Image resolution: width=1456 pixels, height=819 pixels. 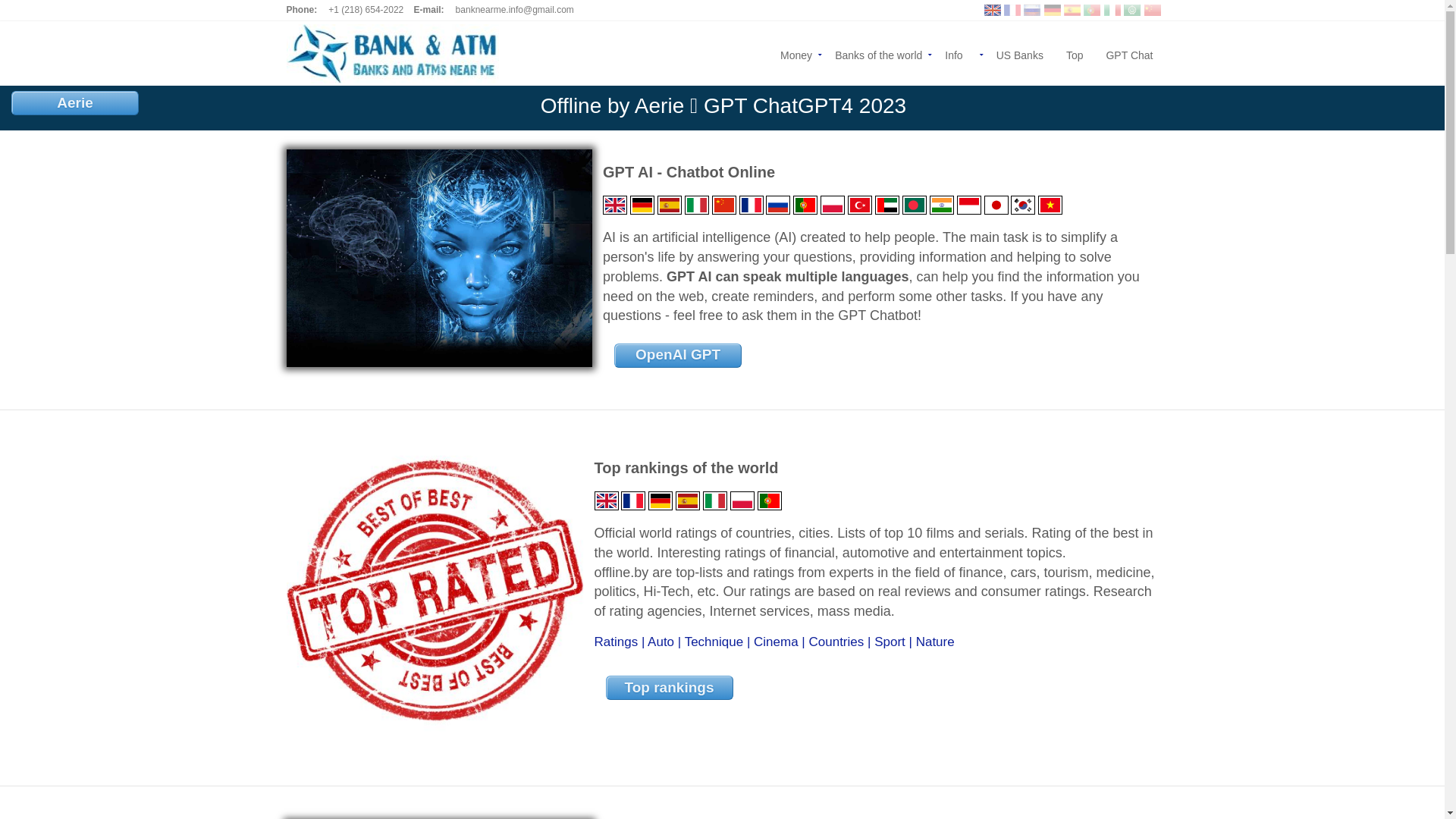 I want to click on 'Aerie', so click(x=74, y=102).